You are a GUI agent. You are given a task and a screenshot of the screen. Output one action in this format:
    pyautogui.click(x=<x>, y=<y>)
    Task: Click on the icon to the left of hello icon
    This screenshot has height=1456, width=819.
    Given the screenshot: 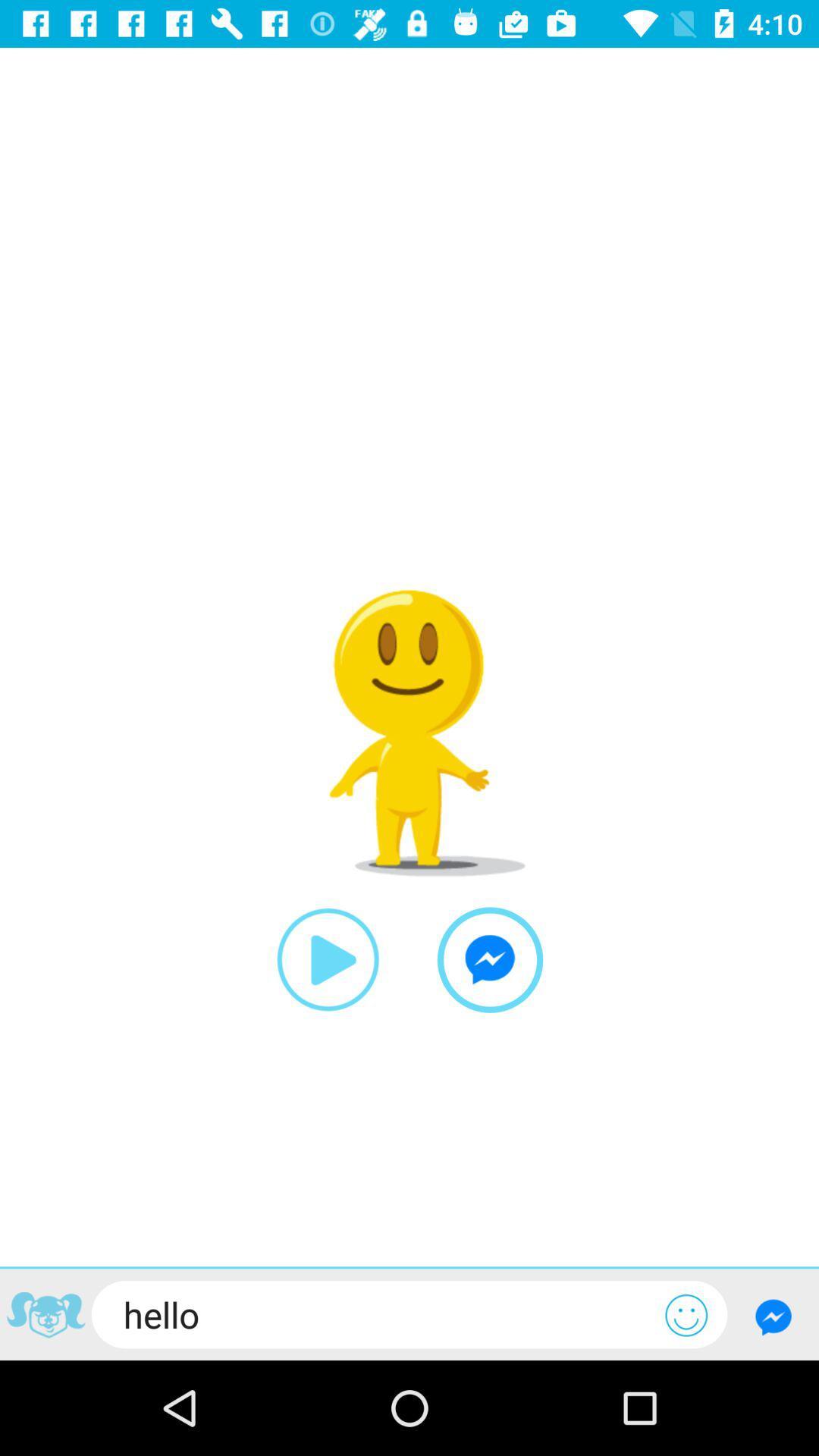 What is the action you would take?
    pyautogui.click(x=45, y=1316)
    